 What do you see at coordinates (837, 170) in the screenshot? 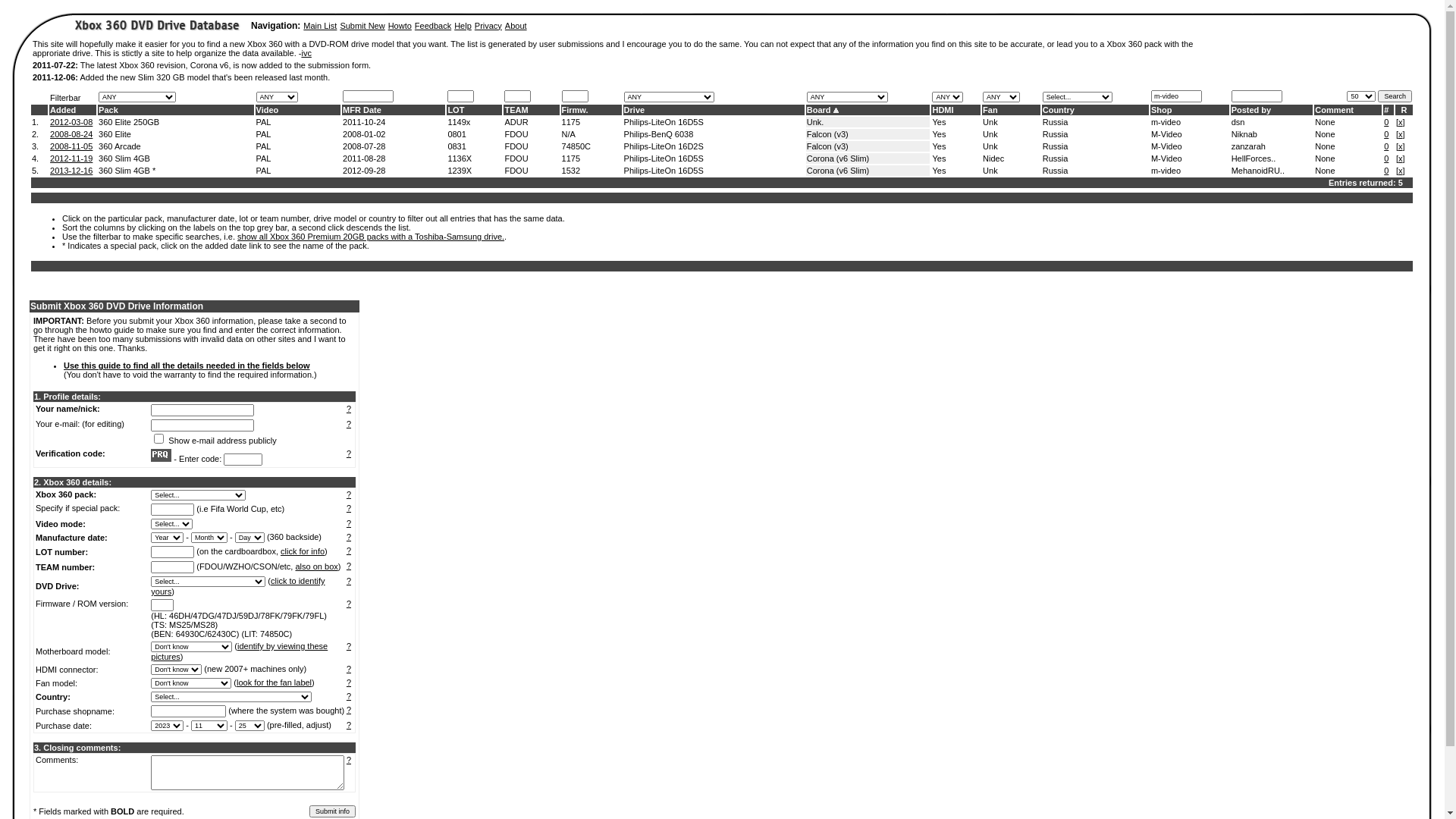
I see `'Corona (v6 Slim)'` at bounding box center [837, 170].